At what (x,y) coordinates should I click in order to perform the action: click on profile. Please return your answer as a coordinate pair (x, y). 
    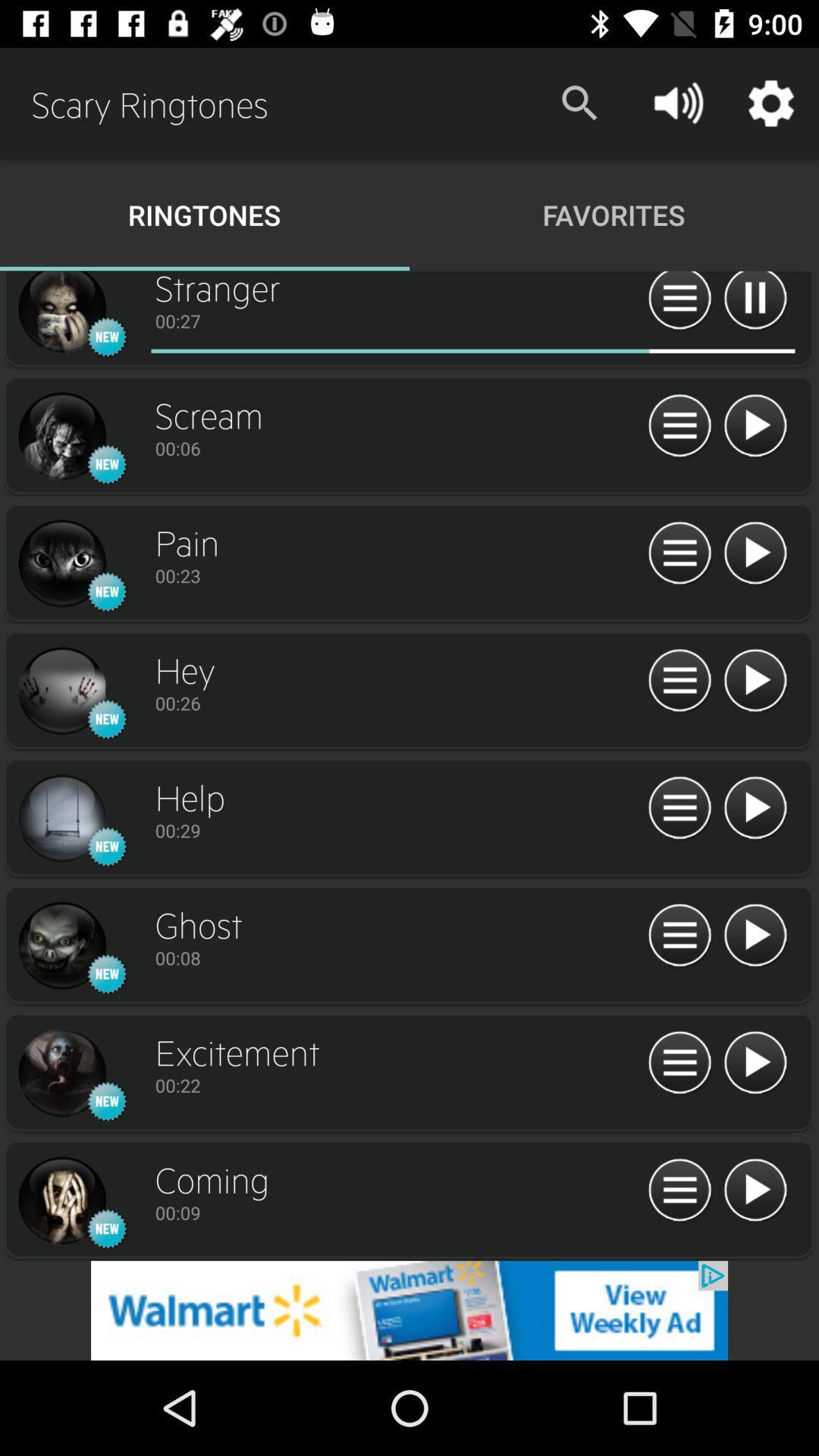
    Looking at the image, I should click on (61, 818).